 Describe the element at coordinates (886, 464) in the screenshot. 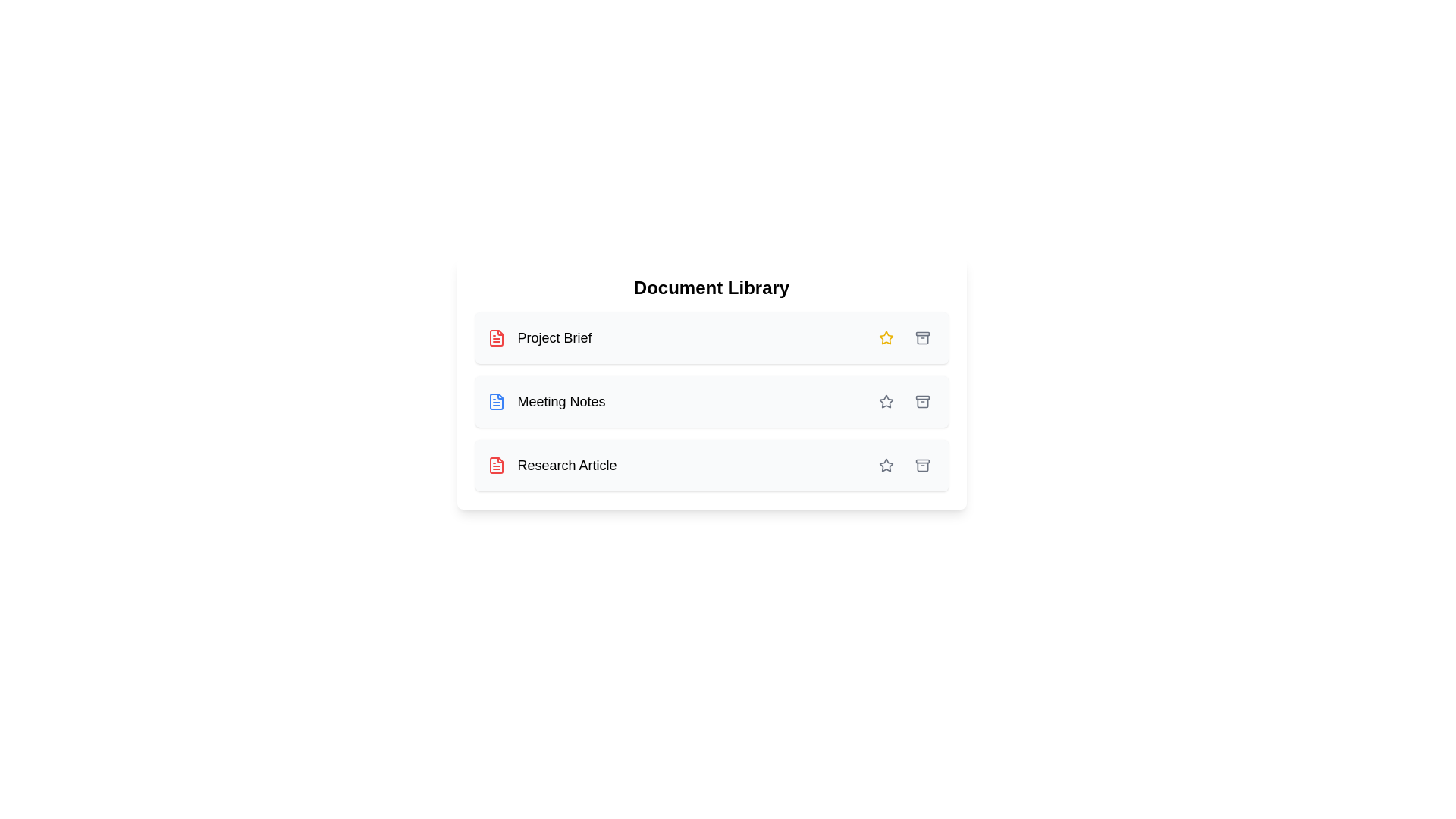

I see `the star icon corresponding to the document named Research Article to toggle its favorite status` at that location.